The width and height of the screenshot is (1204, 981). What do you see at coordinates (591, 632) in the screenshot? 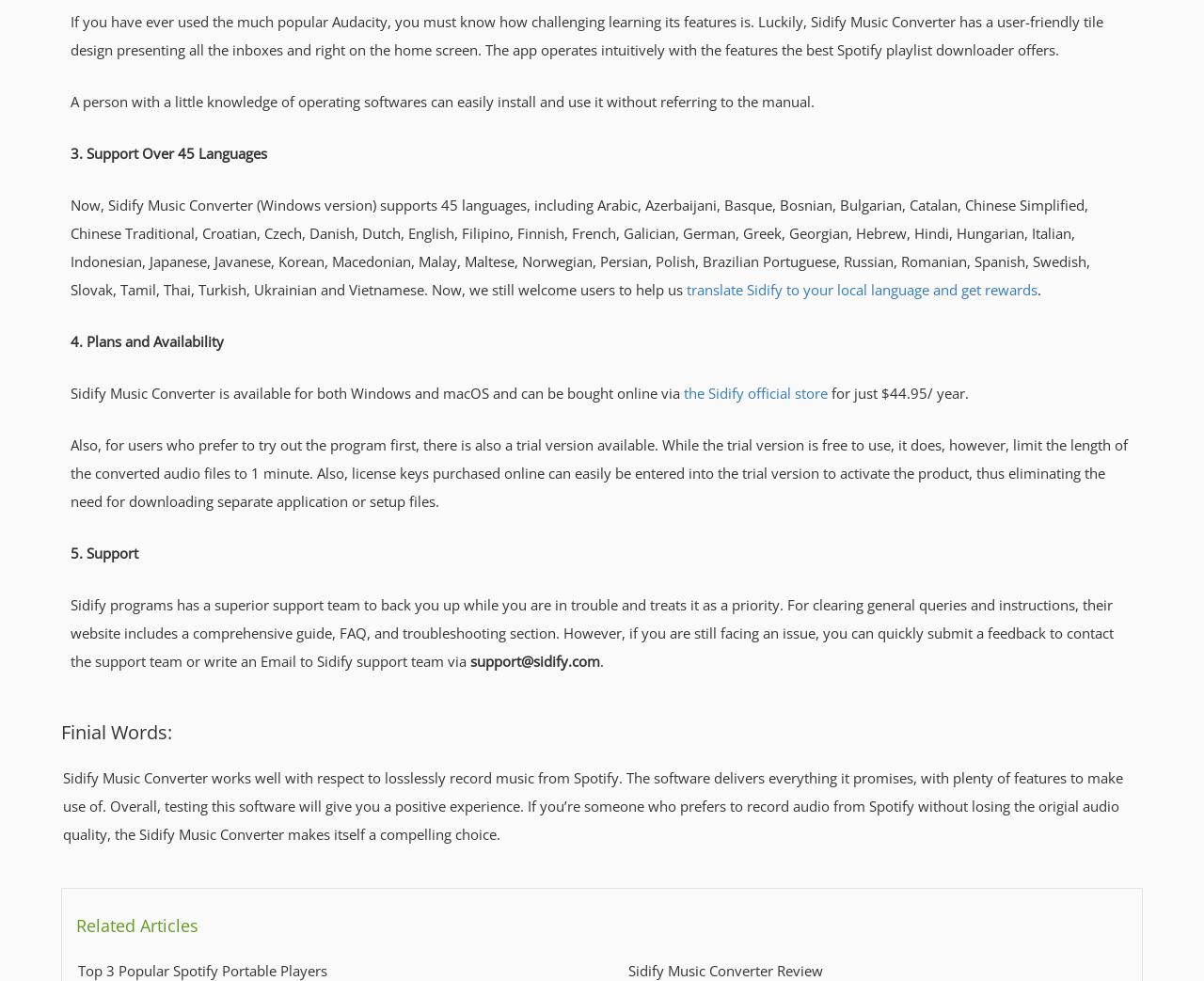
I see `'Sidify programs has a superior support team to back you up while you are in trouble and treats it as a priority. For clearing general queries and instructions, their website includes a comprehensive guide, FAQ, and troubleshooting section. However, if you are still facing an issue, you can quickly submit a feedback to contact the support team or write an Email to Sidify support team via'` at bounding box center [591, 632].